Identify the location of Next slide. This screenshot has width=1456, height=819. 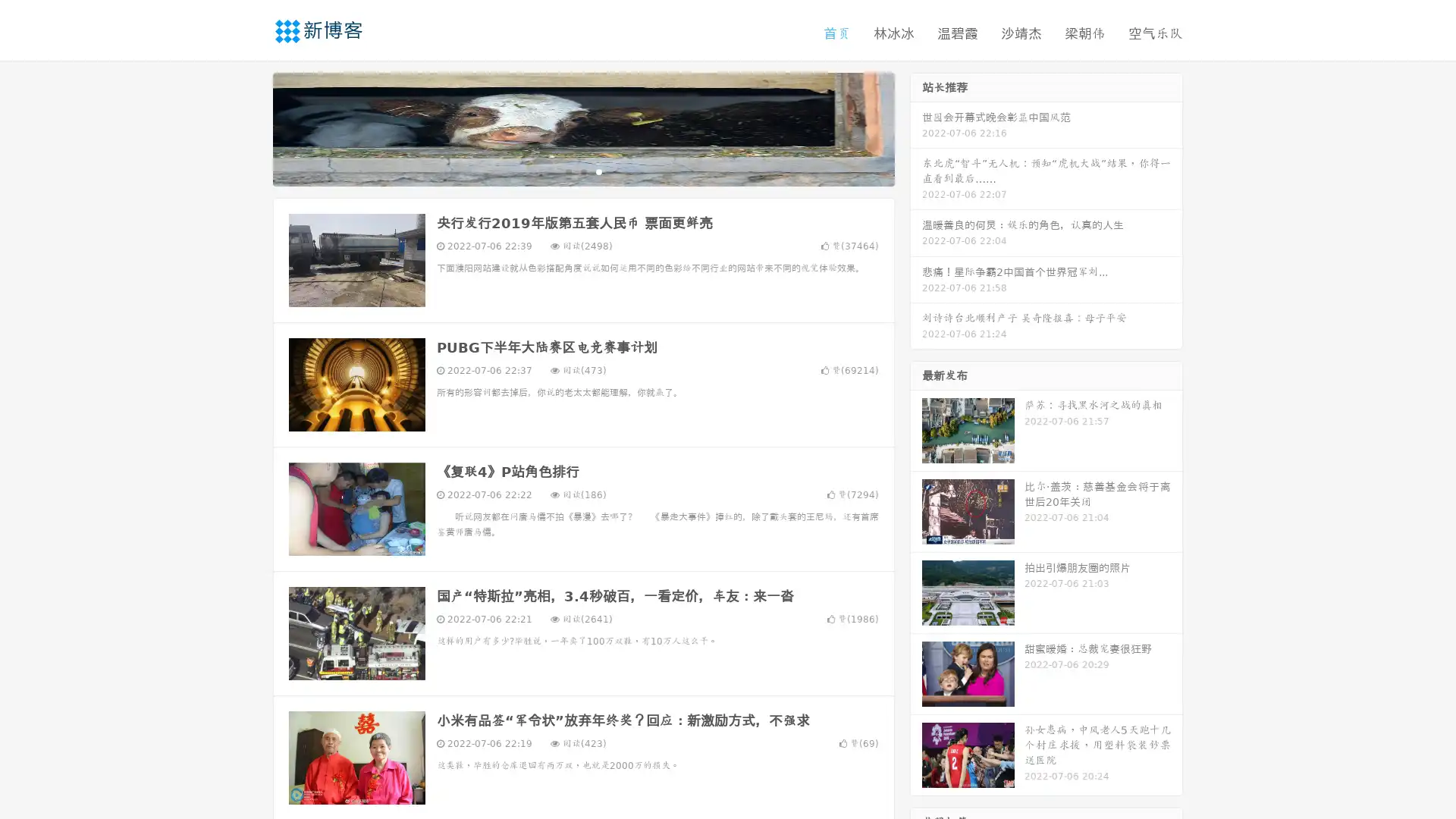
(916, 127).